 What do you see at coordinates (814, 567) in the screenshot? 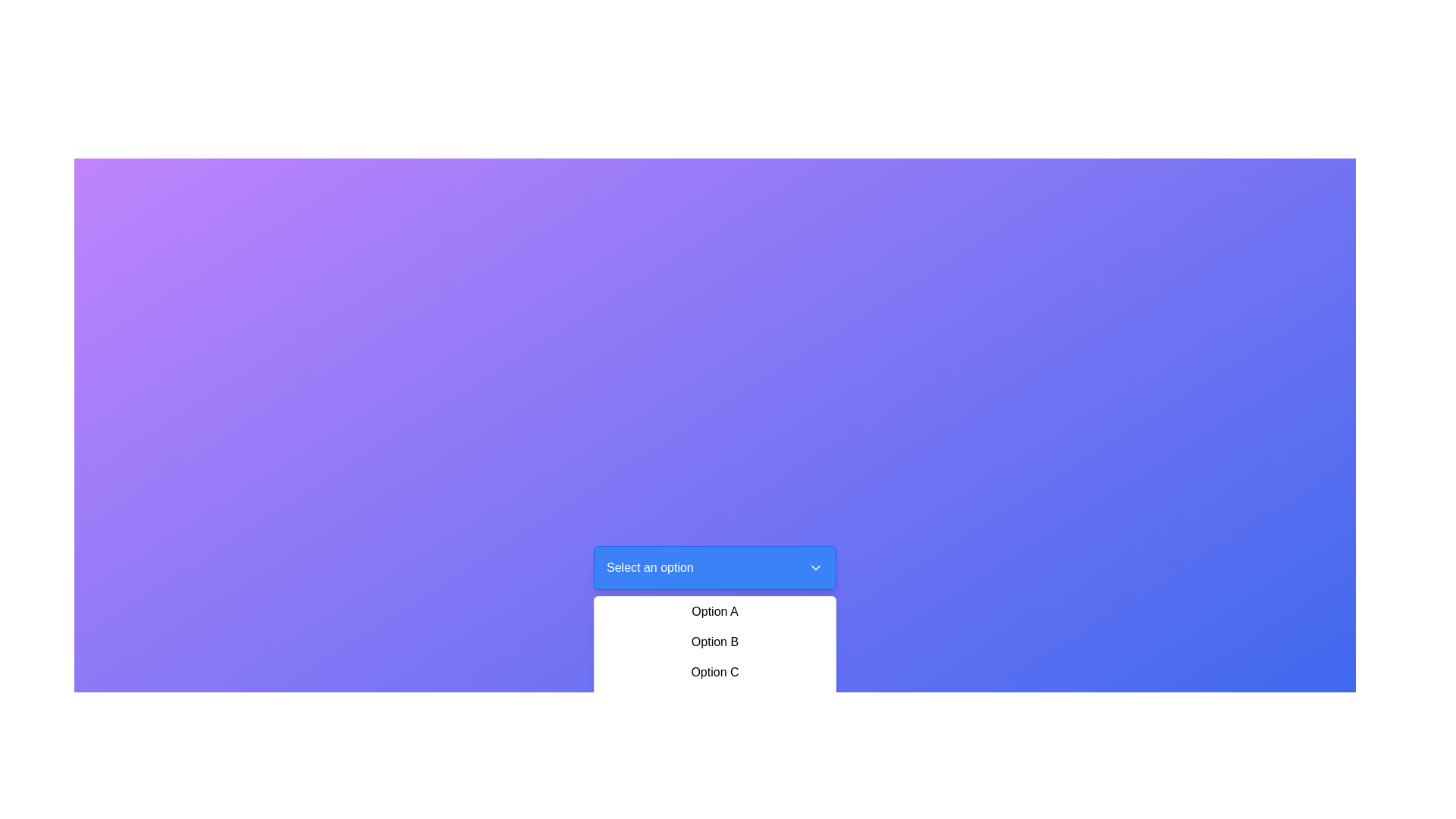
I see `the chevron icon located at the far right of the blue selection box labeled 'Select an option'` at bounding box center [814, 567].